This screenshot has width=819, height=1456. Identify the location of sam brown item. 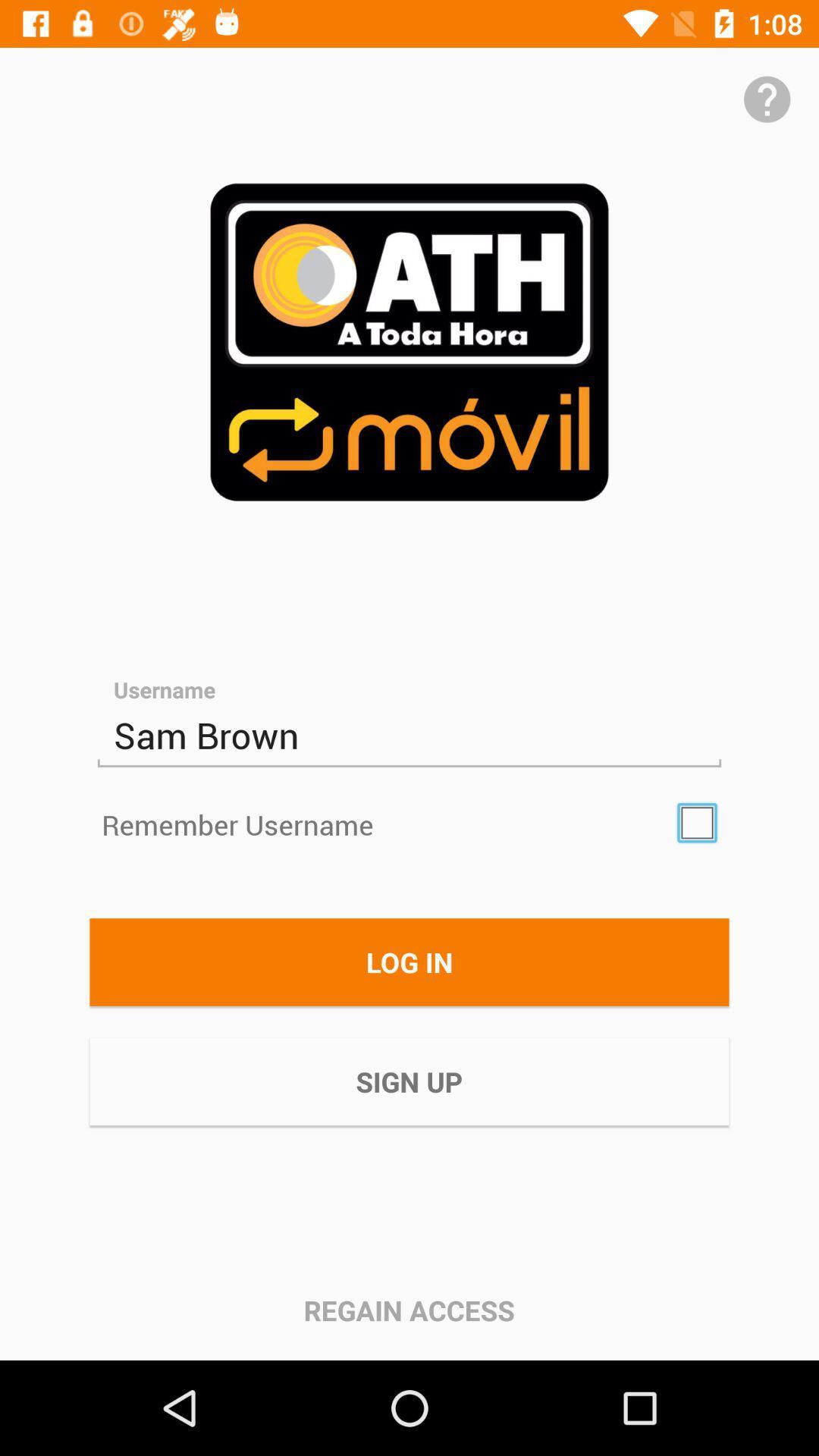
(409, 736).